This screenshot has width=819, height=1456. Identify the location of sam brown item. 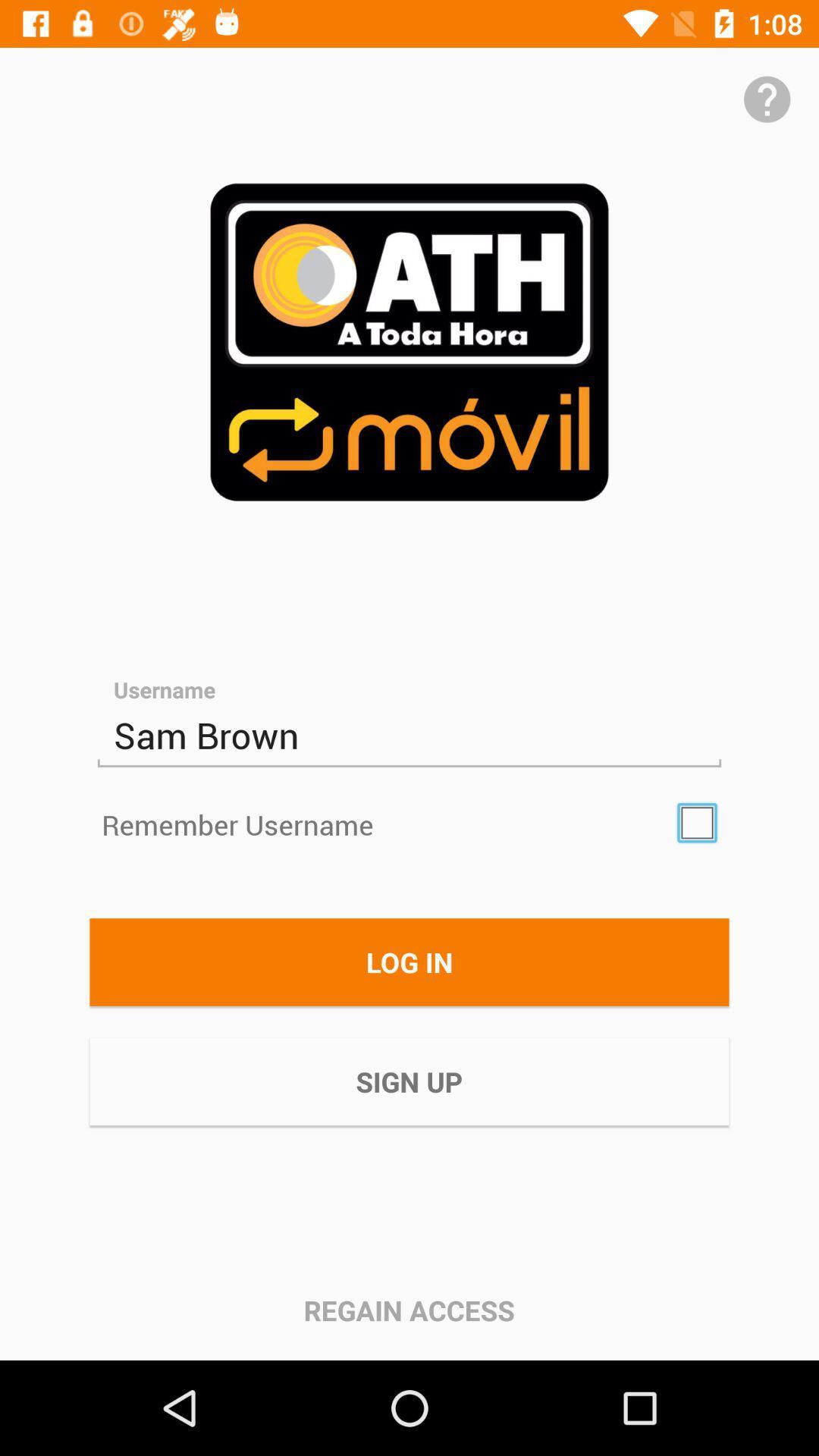
(409, 736).